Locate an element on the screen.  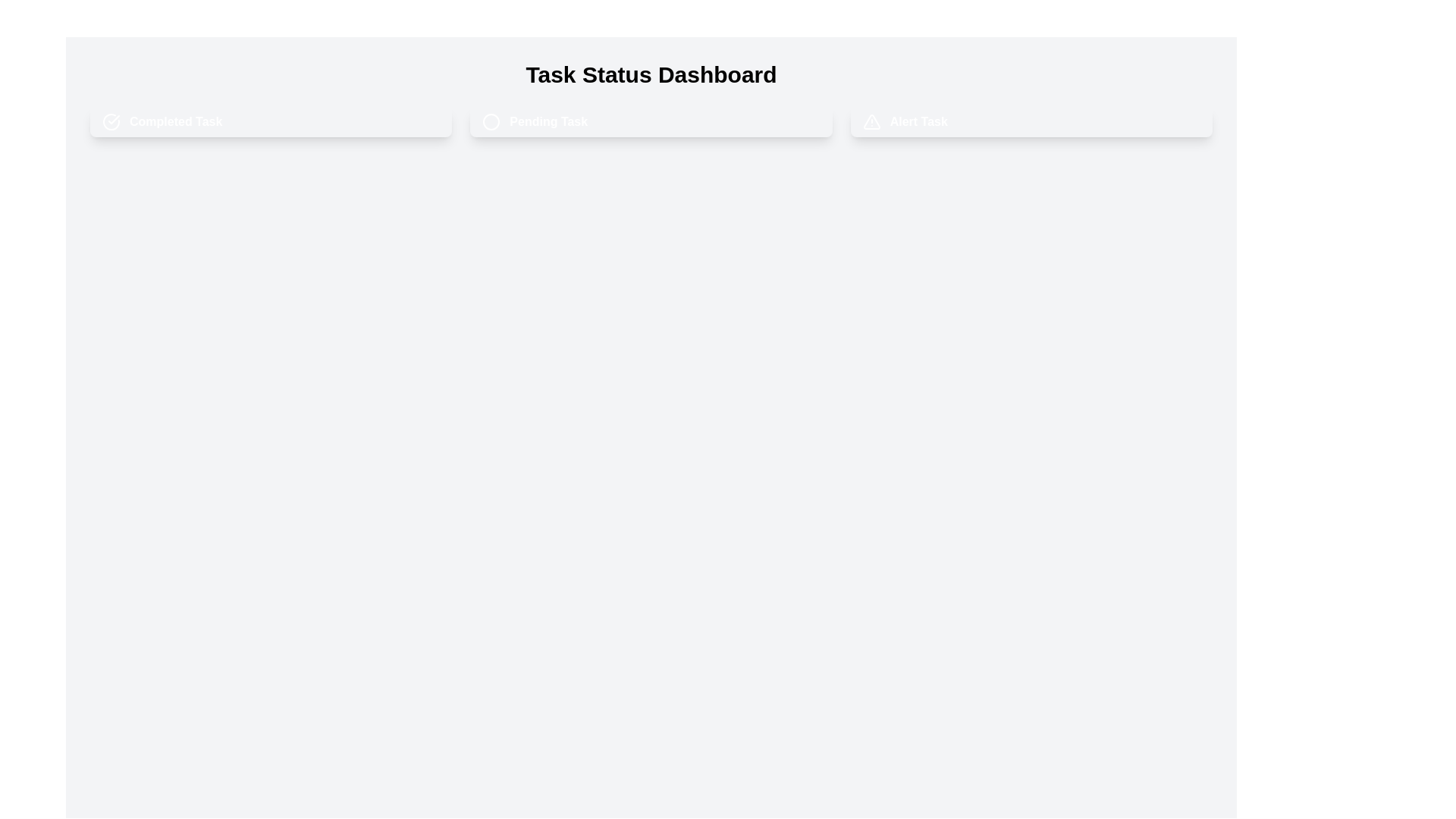
the task chip labeled alert Task is located at coordinates (1031, 121).